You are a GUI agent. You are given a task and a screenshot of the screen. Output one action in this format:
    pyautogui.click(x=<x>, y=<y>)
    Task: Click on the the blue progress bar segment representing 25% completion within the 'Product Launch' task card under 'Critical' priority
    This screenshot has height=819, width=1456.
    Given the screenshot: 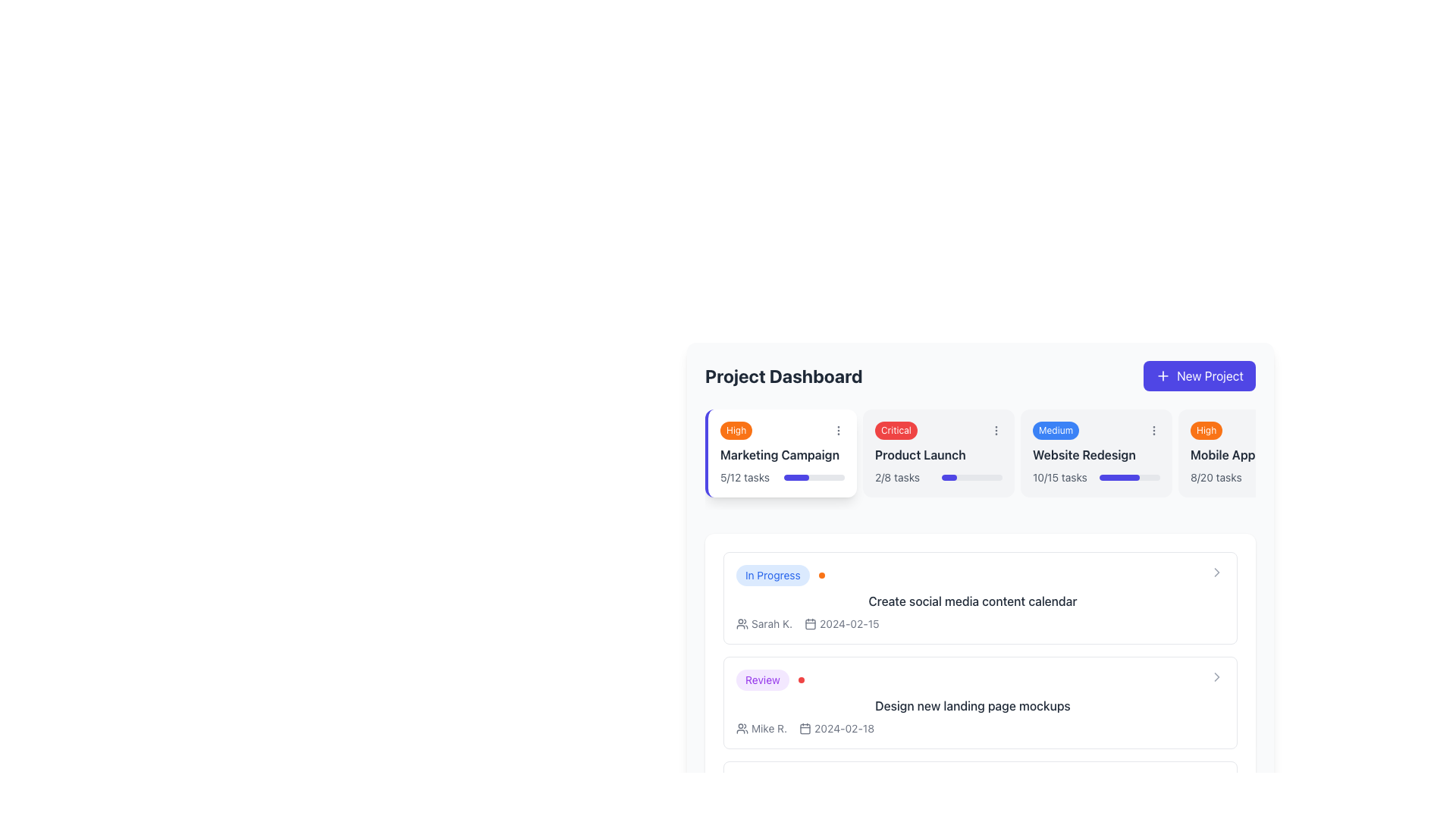 What is the action you would take?
    pyautogui.click(x=949, y=476)
    